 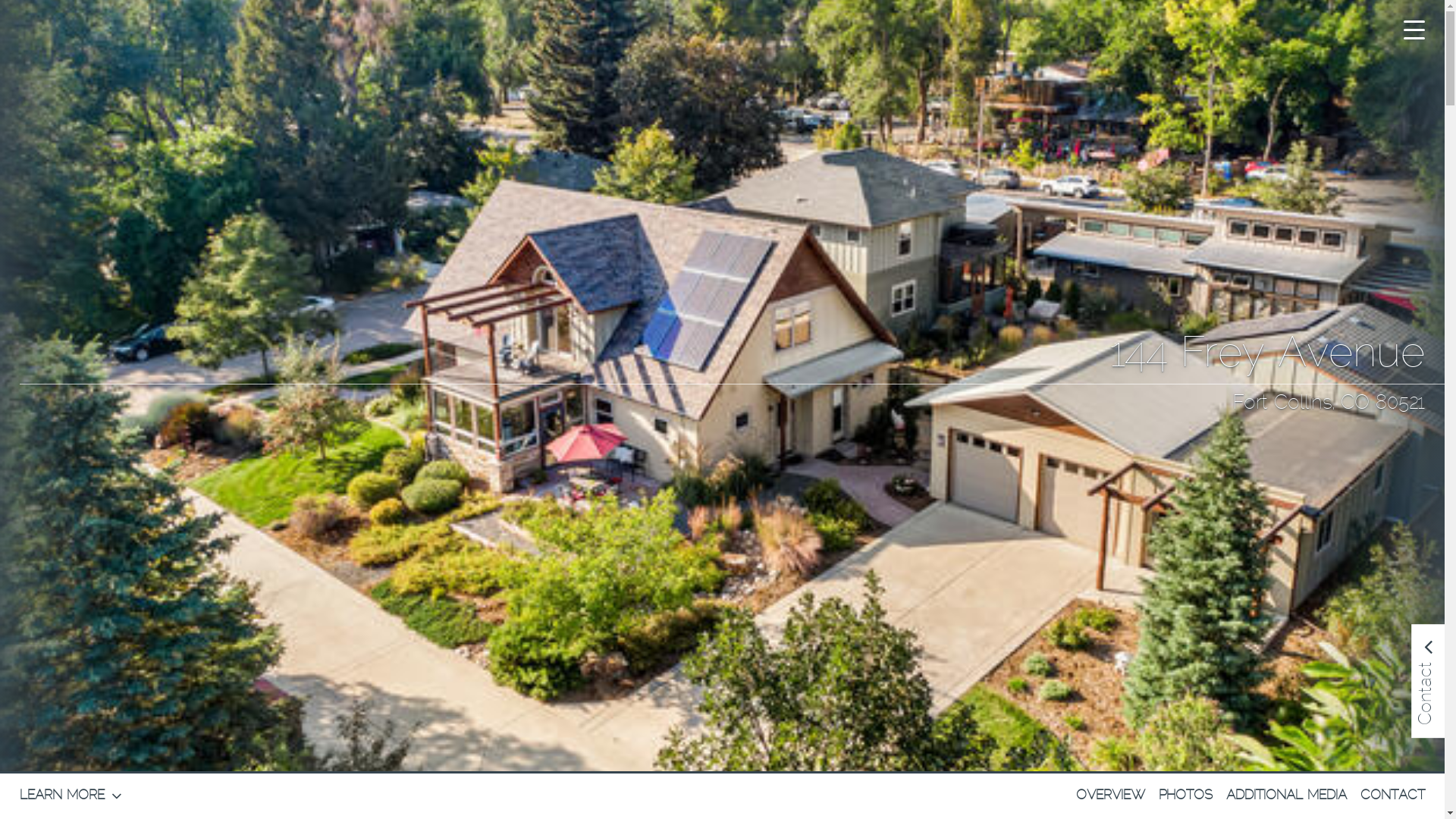 What do you see at coordinates (1392, 795) in the screenshot?
I see `'CONTACT'` at bounding box center [1392, 795].